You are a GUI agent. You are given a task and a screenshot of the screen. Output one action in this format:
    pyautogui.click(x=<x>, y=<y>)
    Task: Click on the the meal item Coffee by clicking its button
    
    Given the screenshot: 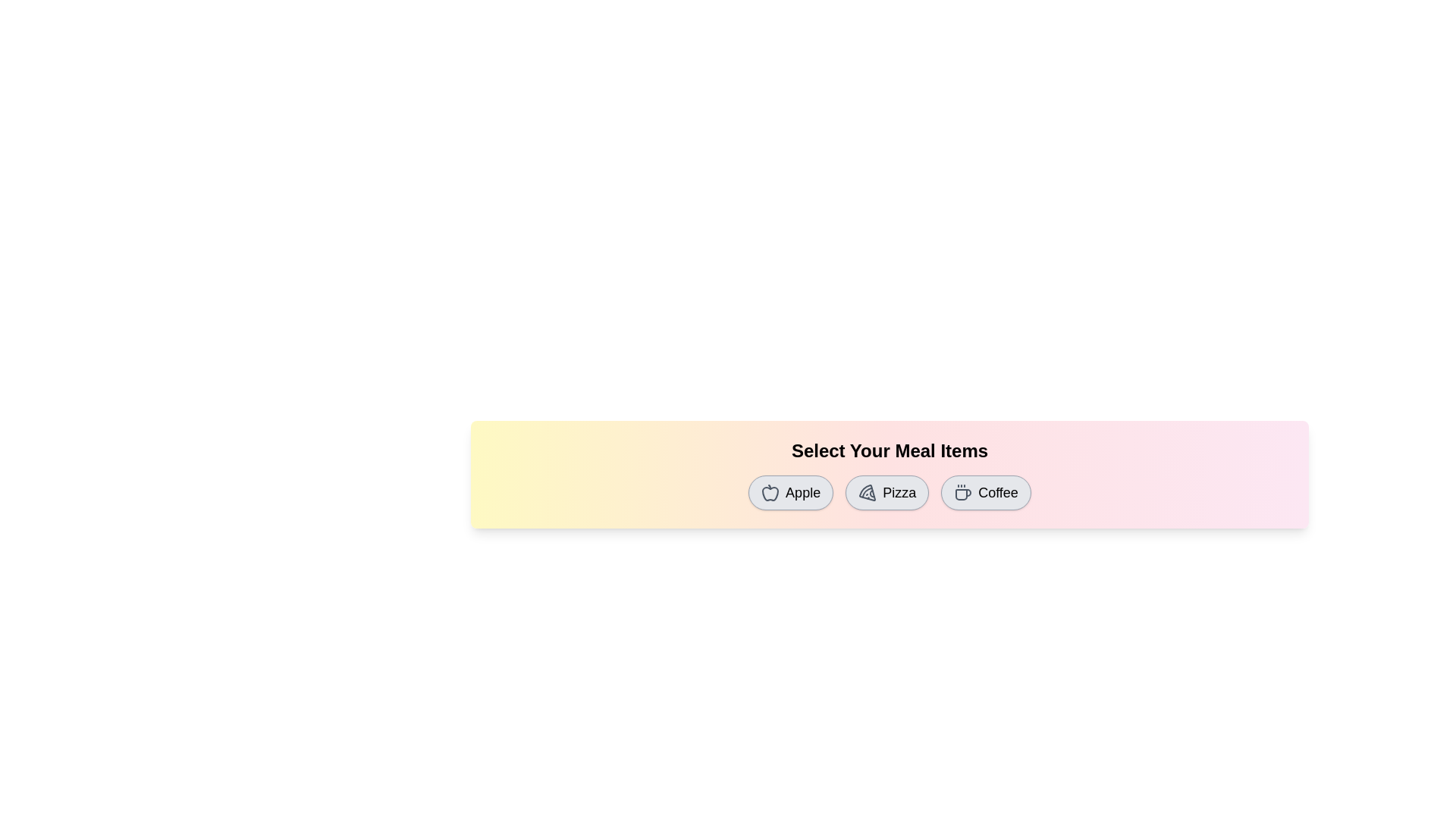 What is the action you would take?
    pyautogui.click(x=986, y=493)
    